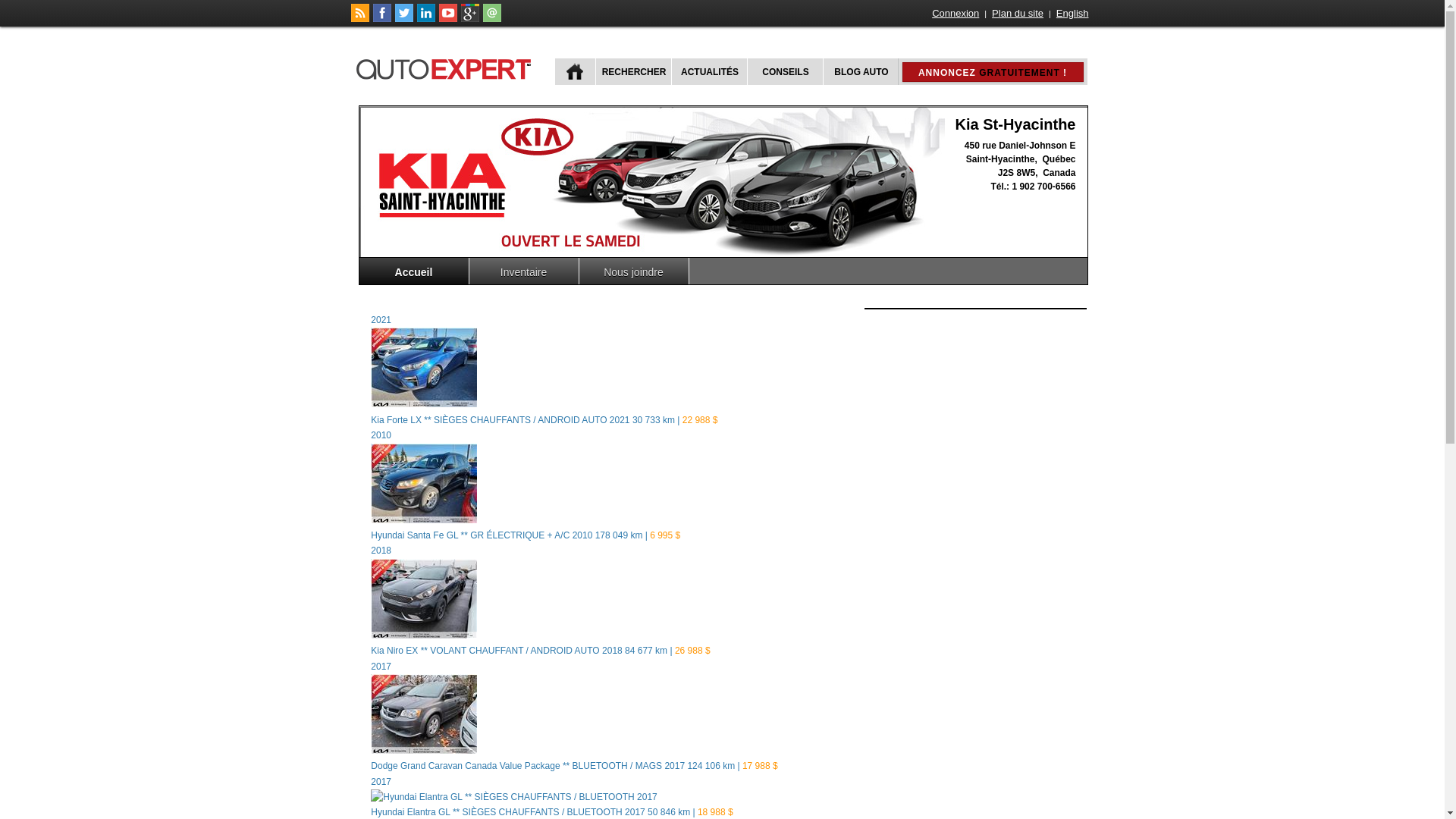  Describe the element at coordinates (414, 270) in the screenshot. I see `'Accueil'` at that location.